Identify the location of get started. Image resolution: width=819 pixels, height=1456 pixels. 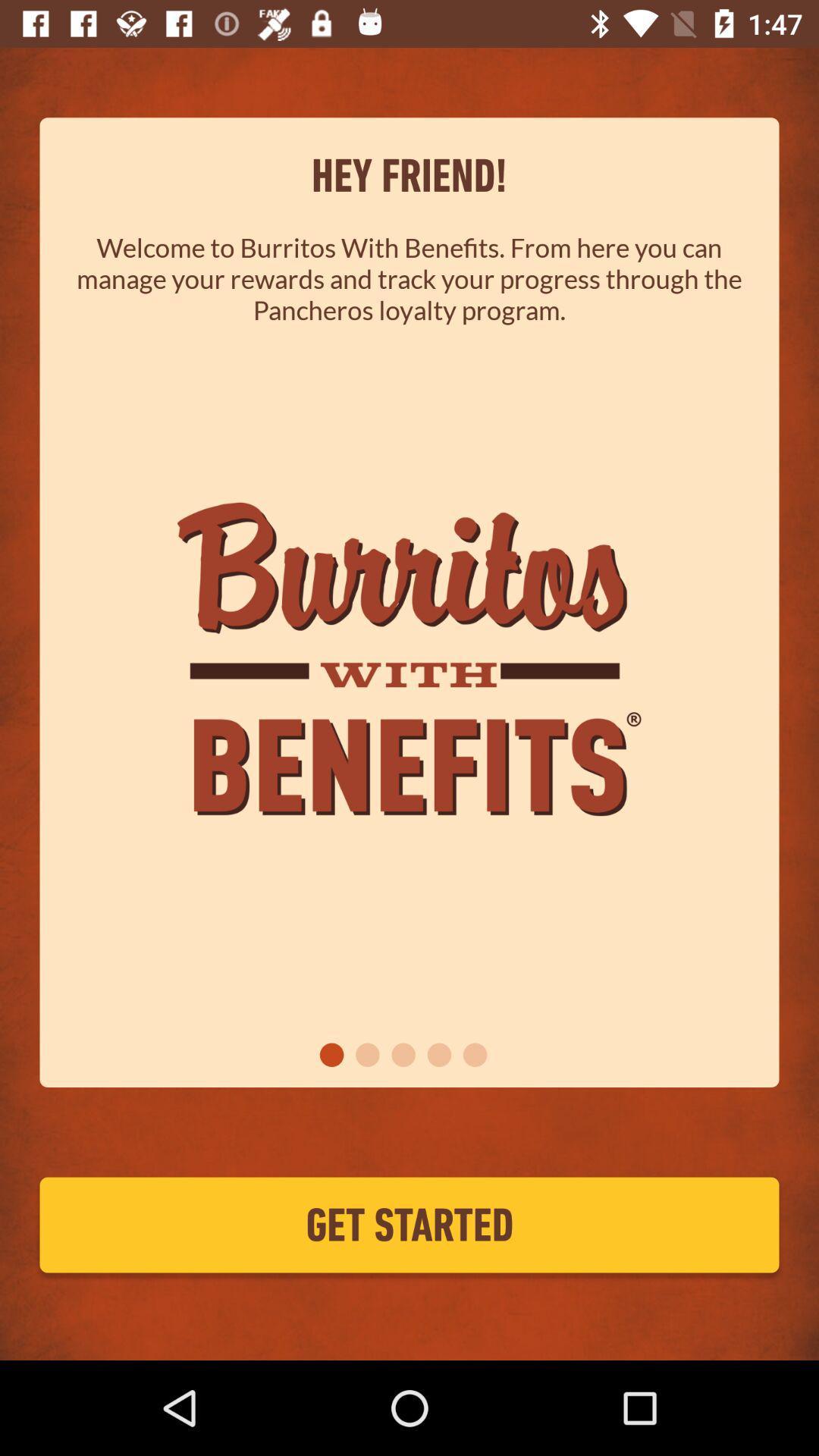
(409, 1225).